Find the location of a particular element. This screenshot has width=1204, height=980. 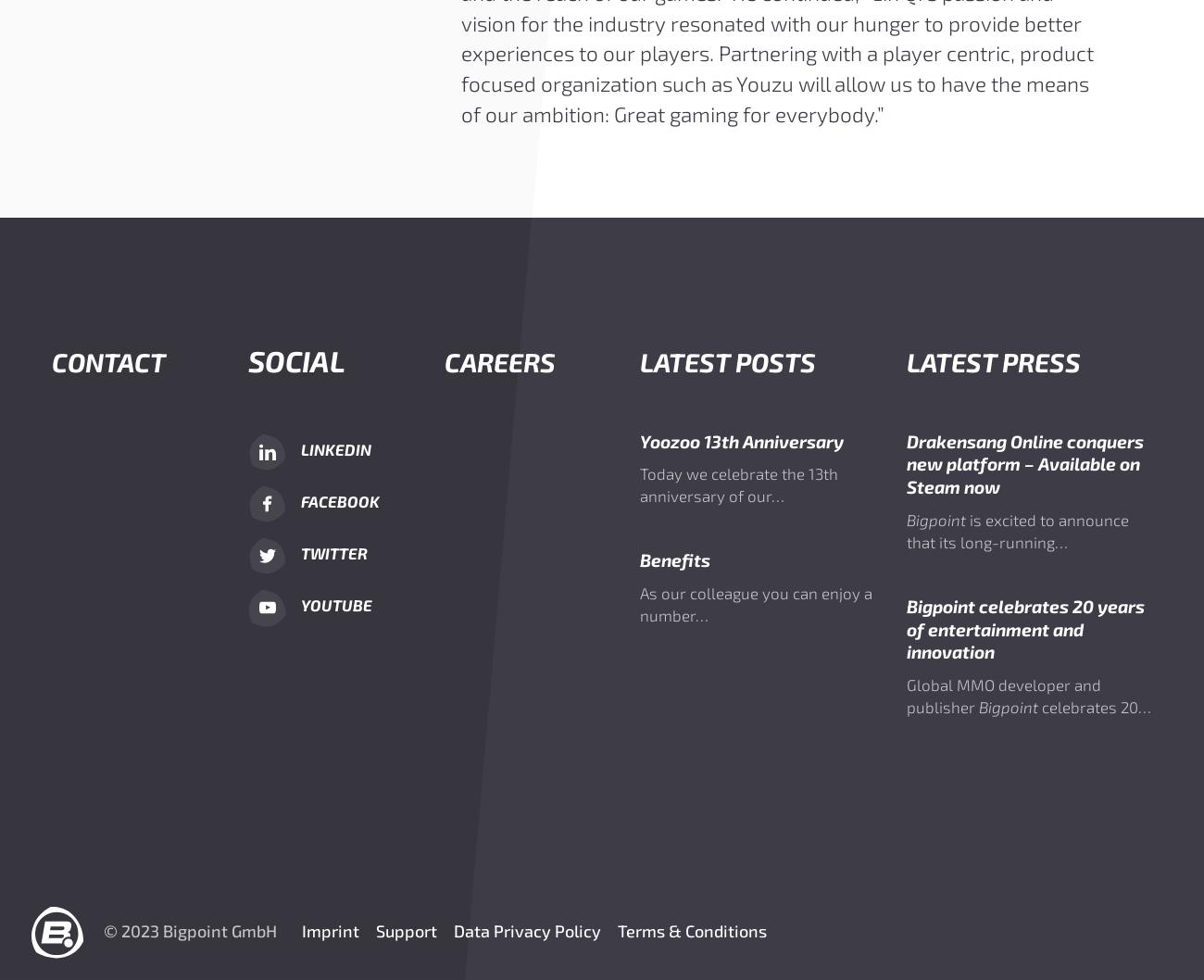

'is excited to announce that its long-running…' is located at coordinates (1015, 530).